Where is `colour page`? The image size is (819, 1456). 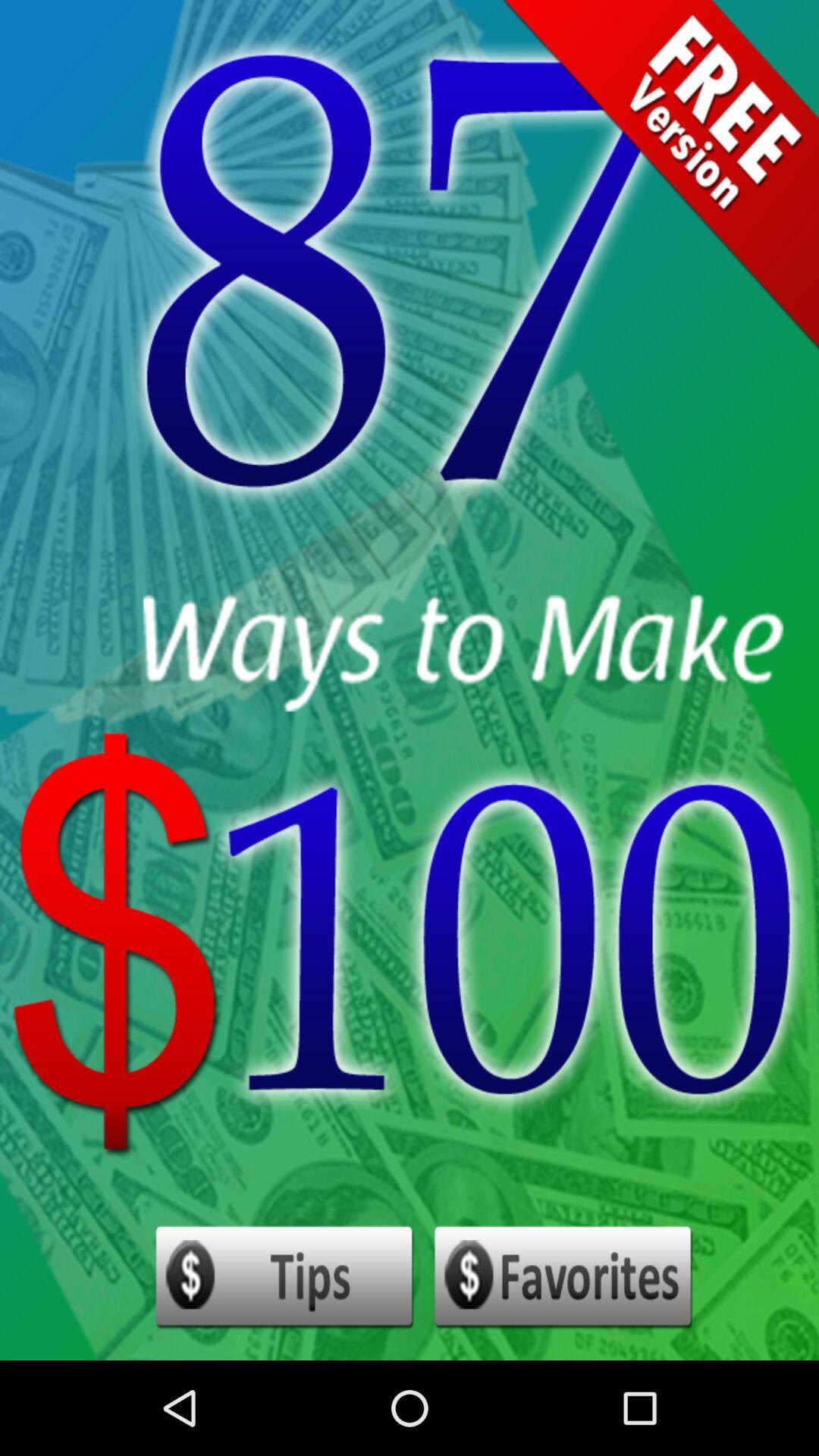
colour page is located at coordinates (563, 1277).